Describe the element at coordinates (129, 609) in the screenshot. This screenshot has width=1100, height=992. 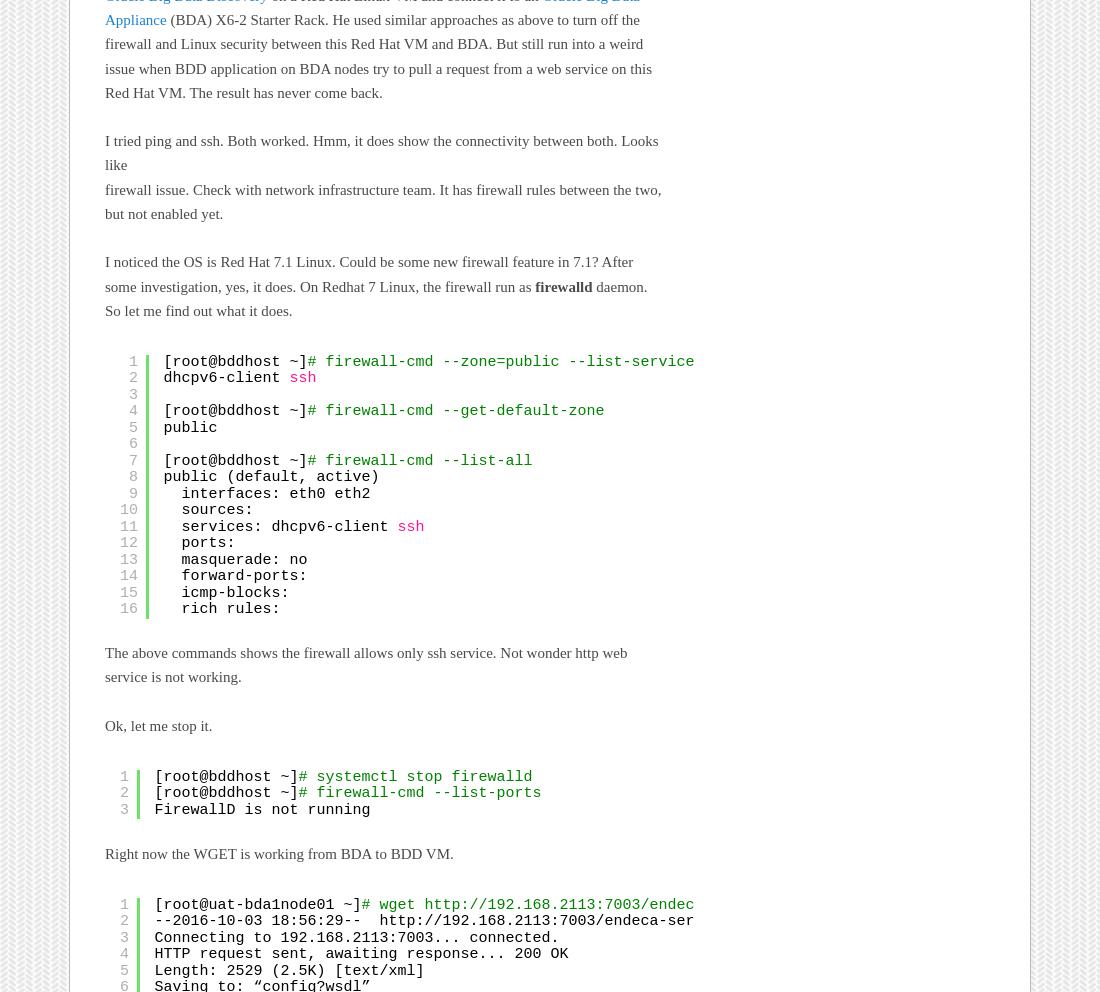
I see `'16'` at that location.